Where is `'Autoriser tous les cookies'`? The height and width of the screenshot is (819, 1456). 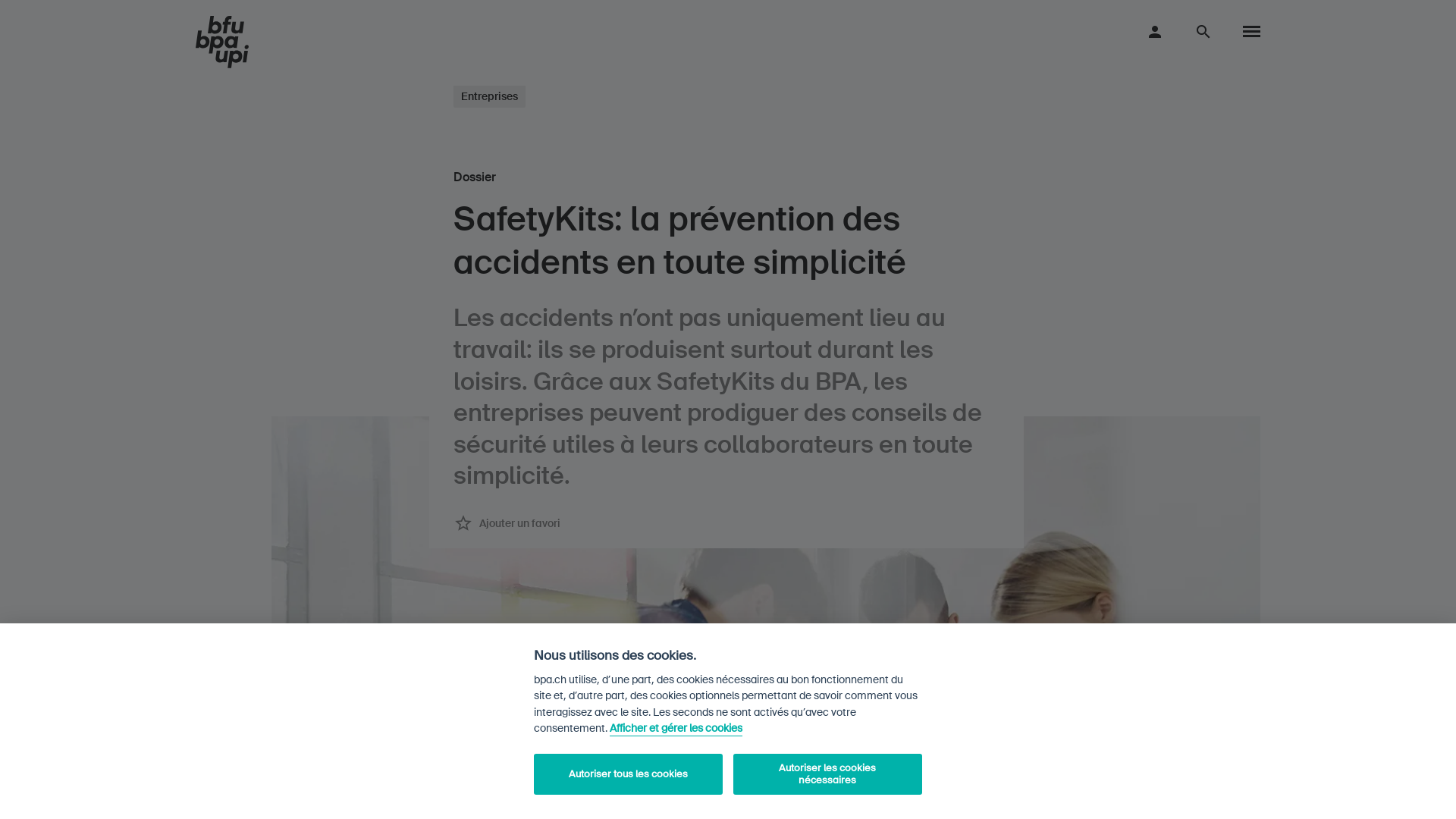 'Autoriser tous les cookies' is located at coordinates (628, 774).